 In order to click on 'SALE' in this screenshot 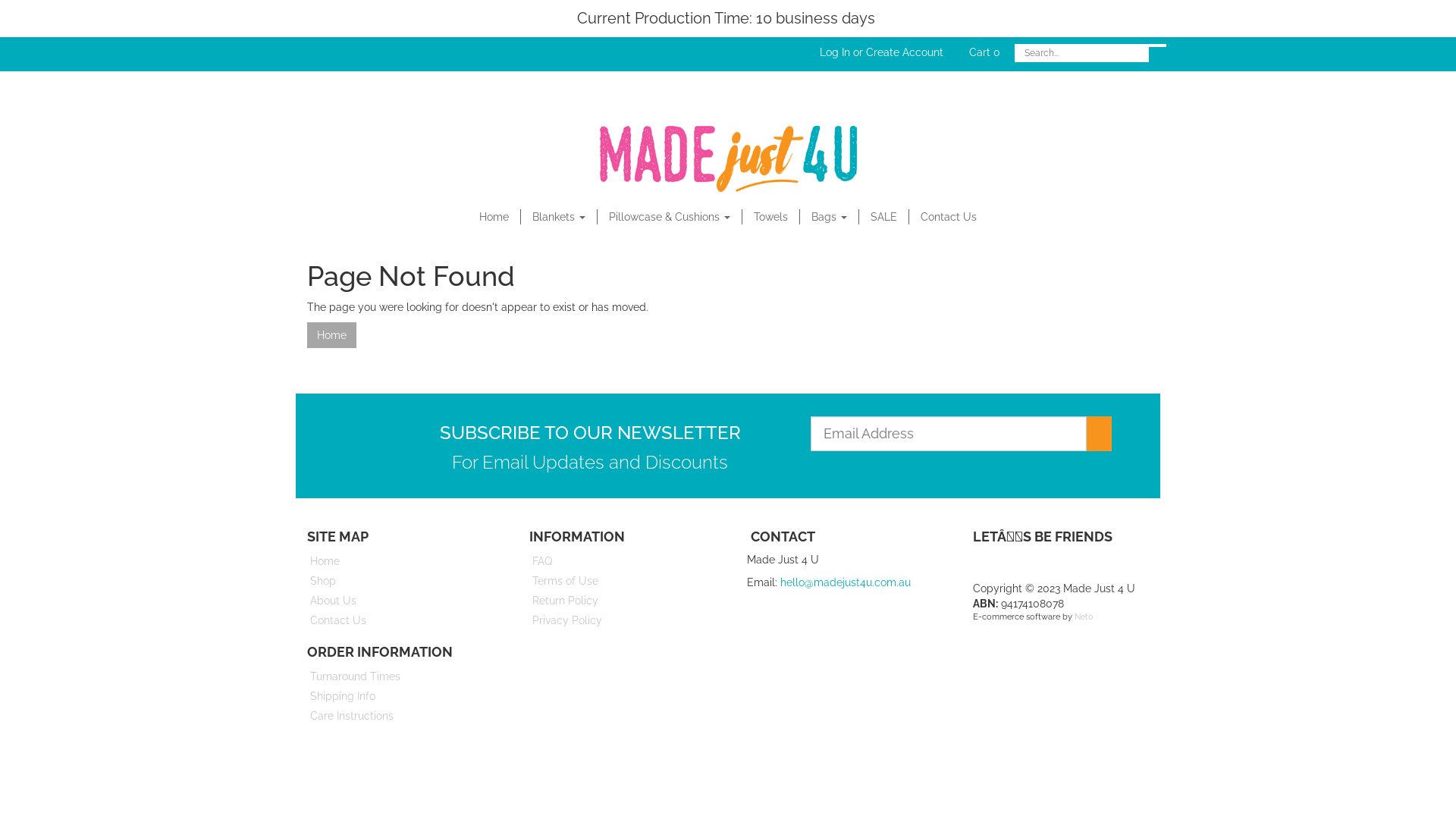, I will do `click(858, 216)`.